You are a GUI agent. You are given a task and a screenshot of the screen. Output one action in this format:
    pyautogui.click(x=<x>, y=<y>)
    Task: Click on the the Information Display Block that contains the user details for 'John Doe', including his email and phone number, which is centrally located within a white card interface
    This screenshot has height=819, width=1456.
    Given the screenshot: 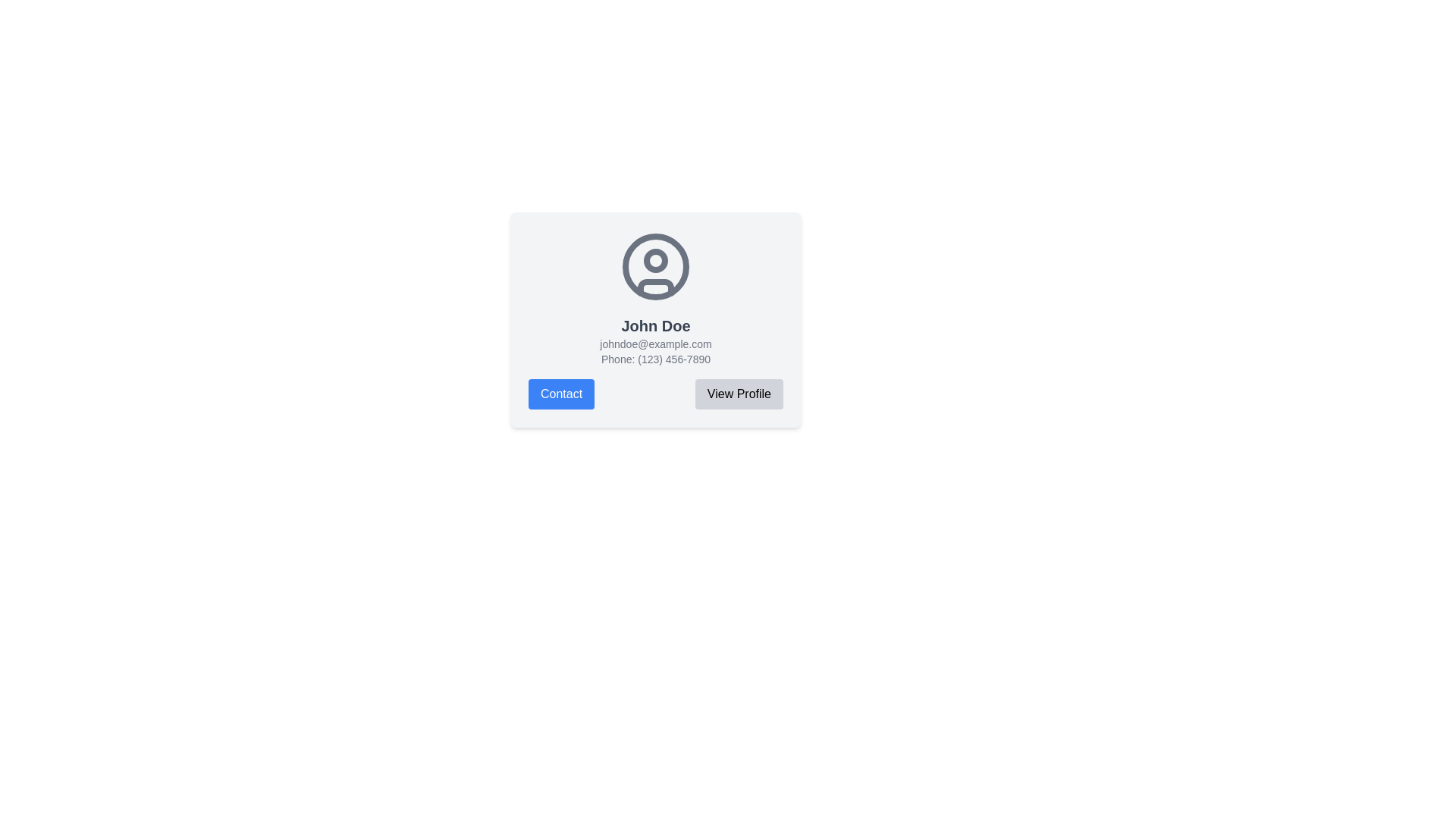 What is the action you would take?
    pyautogui.click(x=655, y=298)
    